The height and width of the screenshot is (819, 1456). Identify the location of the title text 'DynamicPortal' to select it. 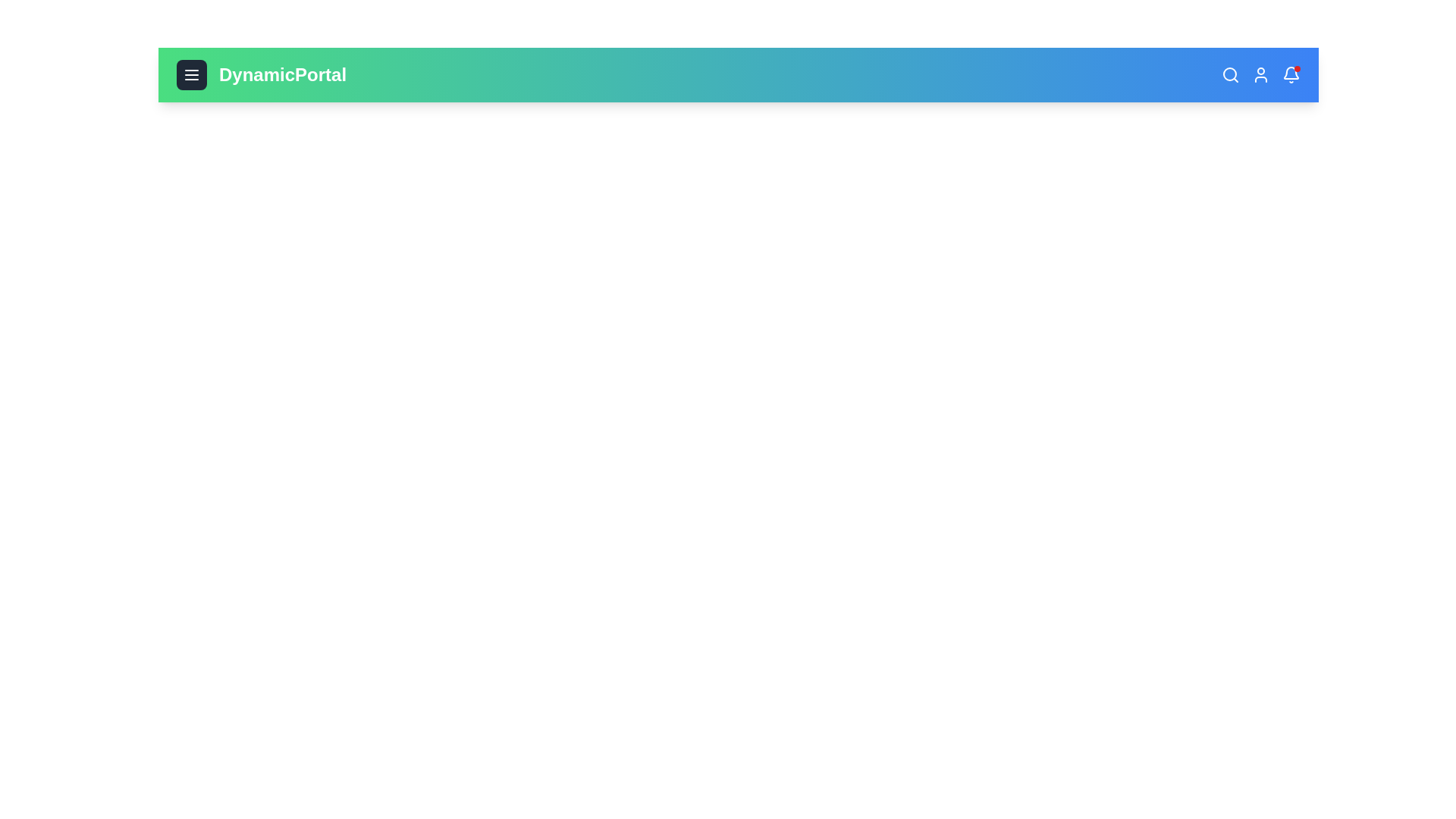
(283, 75).